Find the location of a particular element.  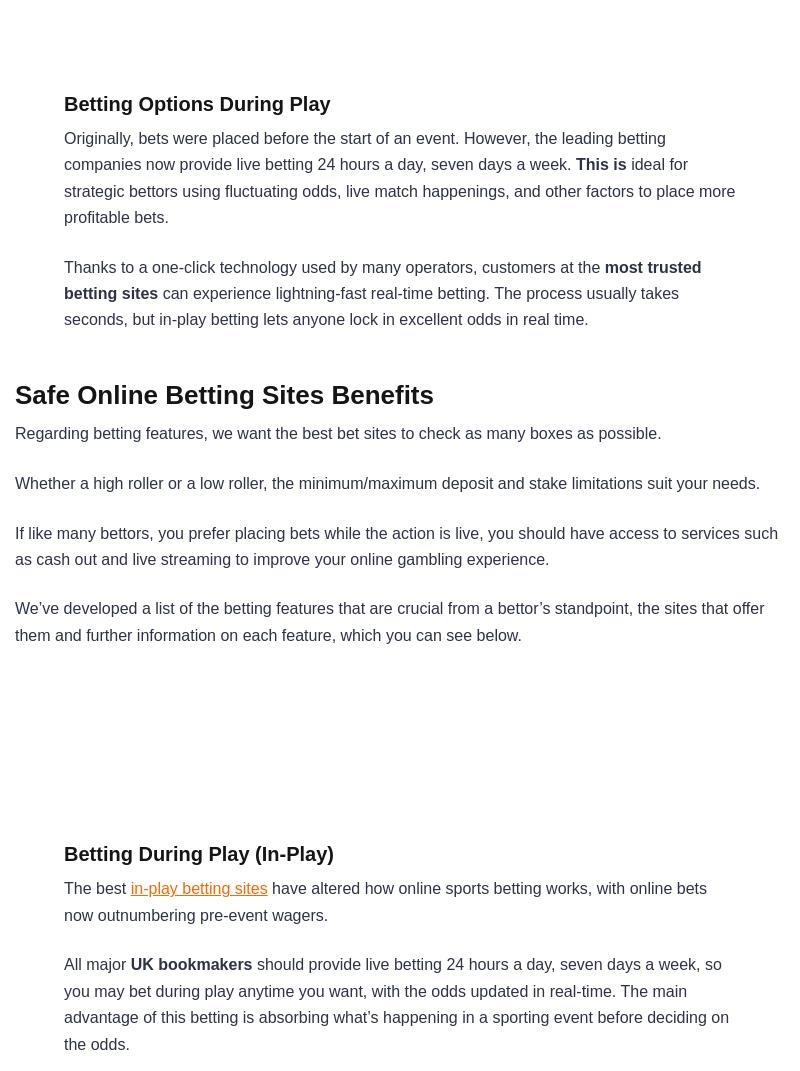

'All major' is located at coordinates (96, 963).